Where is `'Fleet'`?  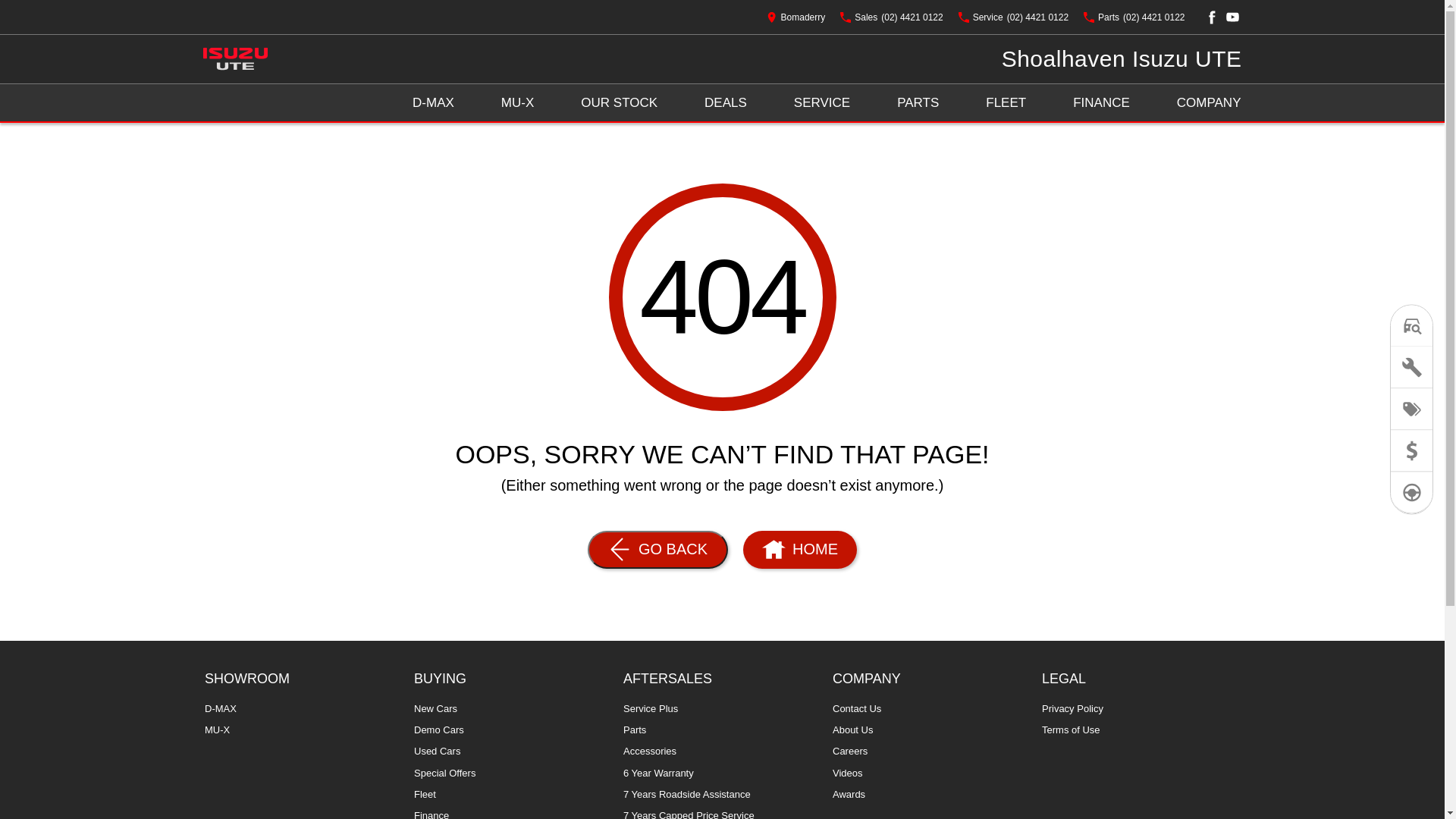 'Fleet' is located at coordinates (425, 798).